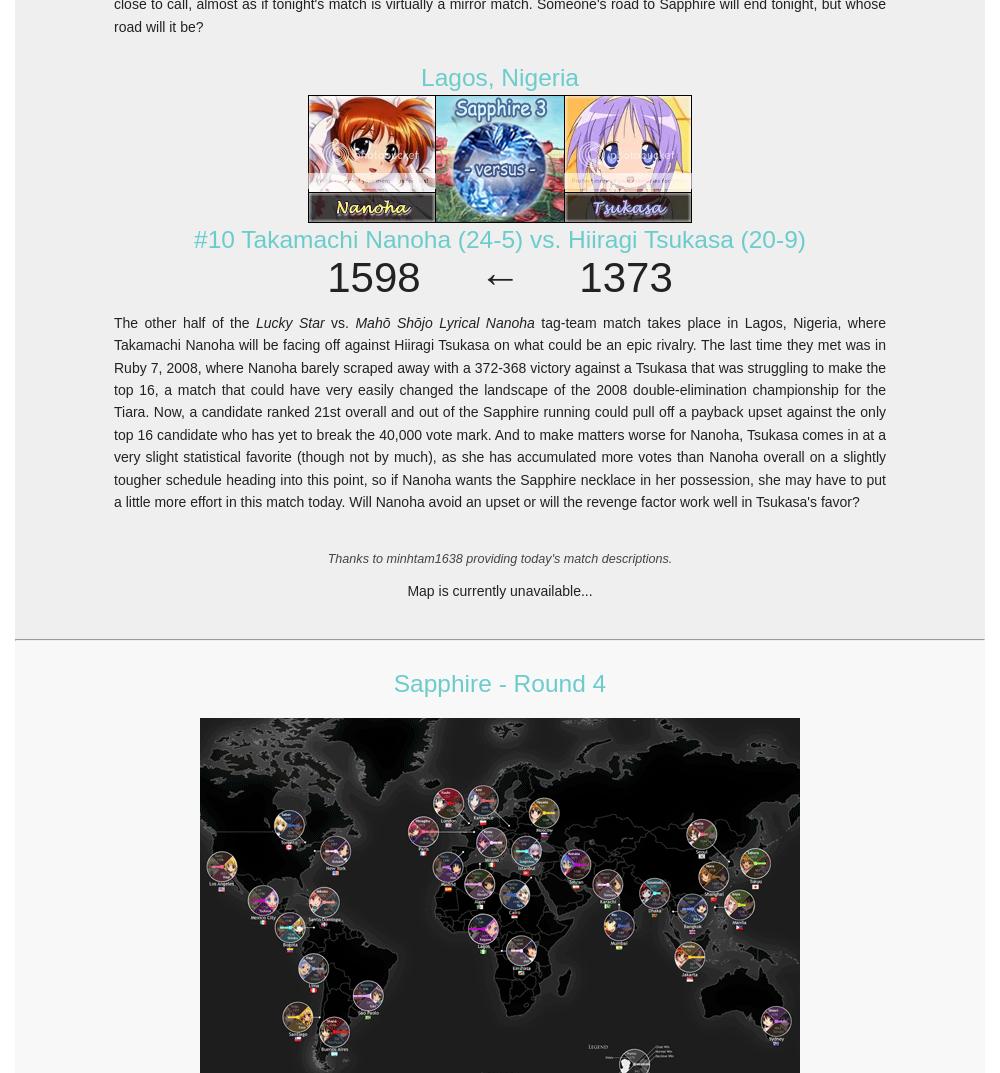 The image size is (1000, 1073). I want to click on 'Sapphire - Round 4', so click(498, 682).